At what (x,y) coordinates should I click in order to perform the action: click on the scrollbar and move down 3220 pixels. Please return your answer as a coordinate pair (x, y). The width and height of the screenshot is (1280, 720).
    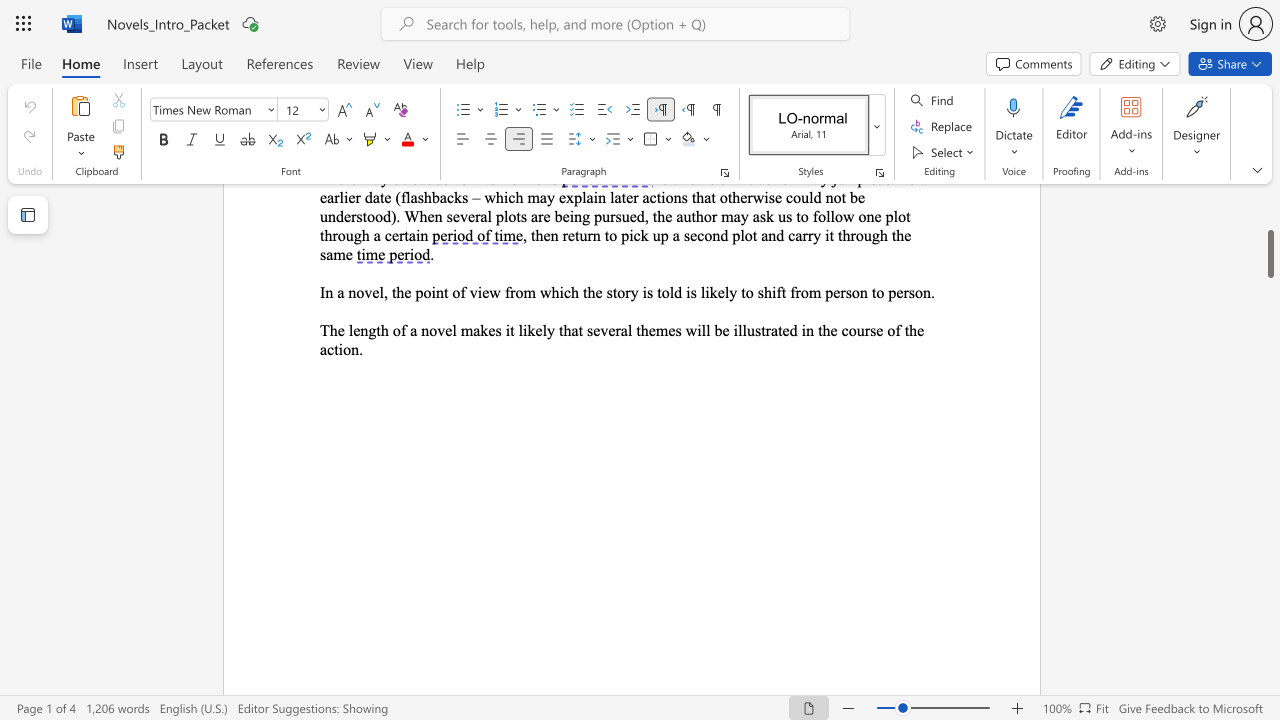
    Looking at the image, I should click on (1269, 253).